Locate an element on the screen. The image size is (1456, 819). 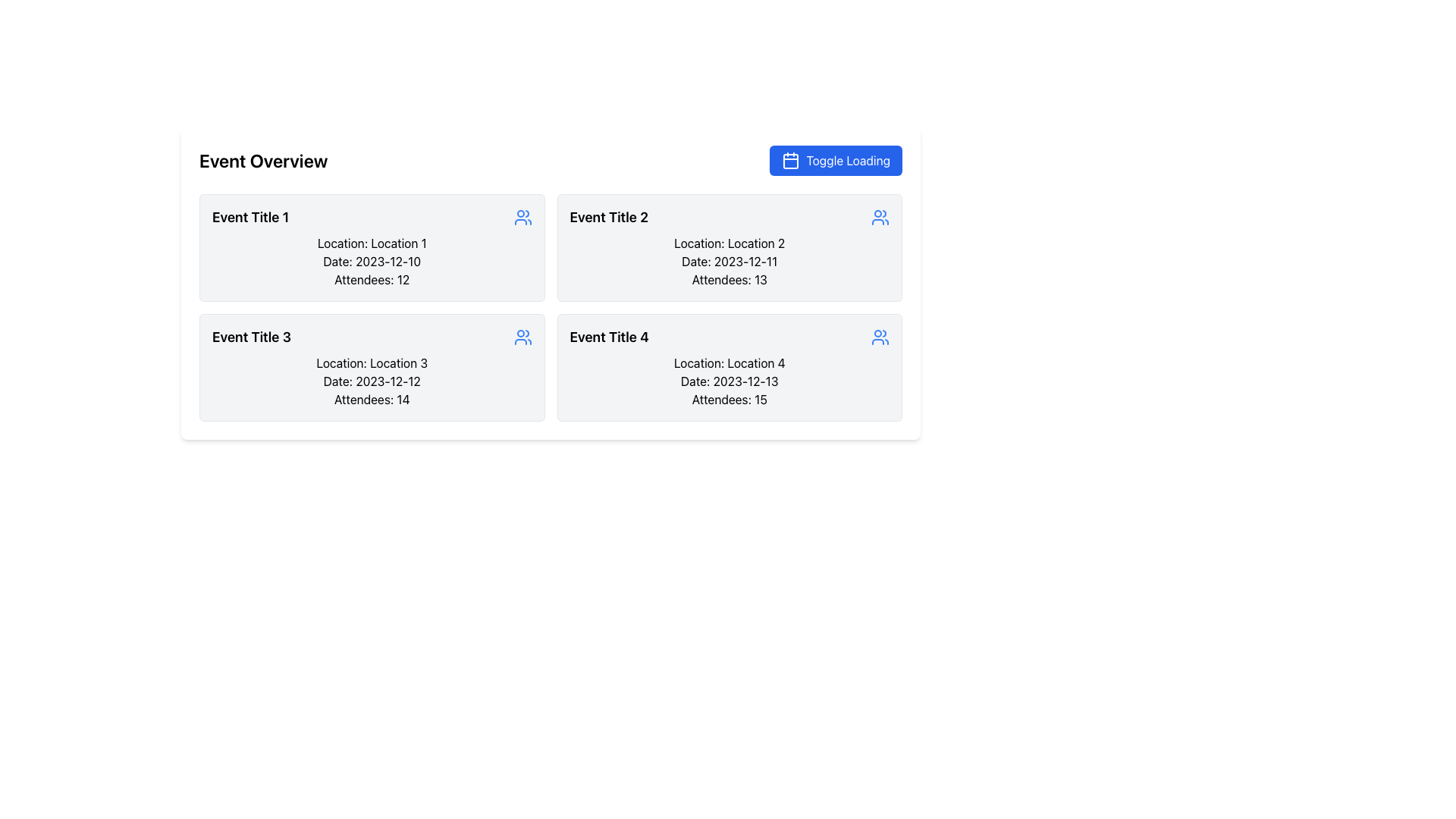
the bold text label displaying 'Event Title 3' located within the second card of the left column in the grid layout is located at coordinates (251, 336).